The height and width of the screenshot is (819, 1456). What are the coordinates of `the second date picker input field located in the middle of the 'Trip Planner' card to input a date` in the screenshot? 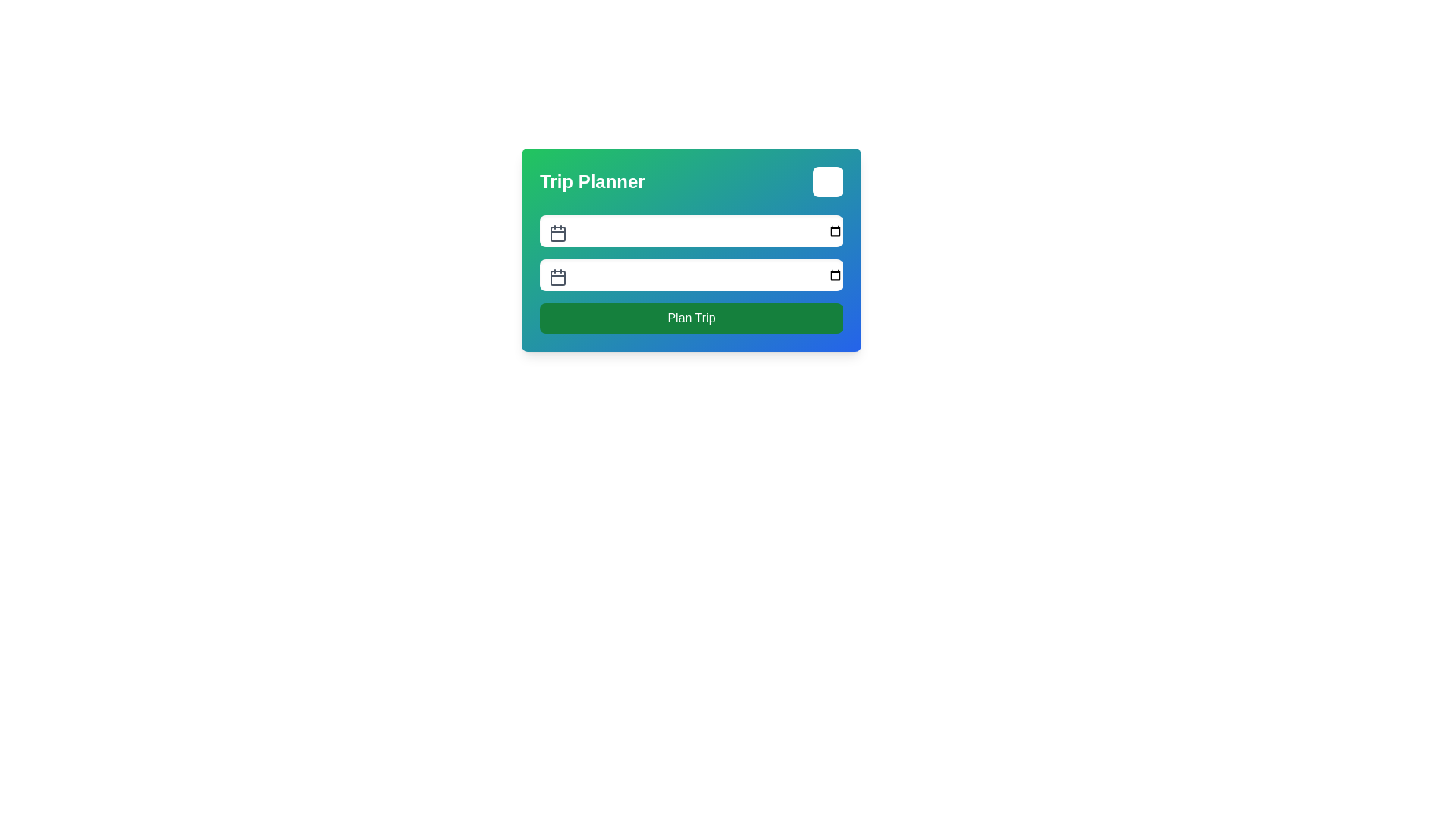 It's located at (691, 275).